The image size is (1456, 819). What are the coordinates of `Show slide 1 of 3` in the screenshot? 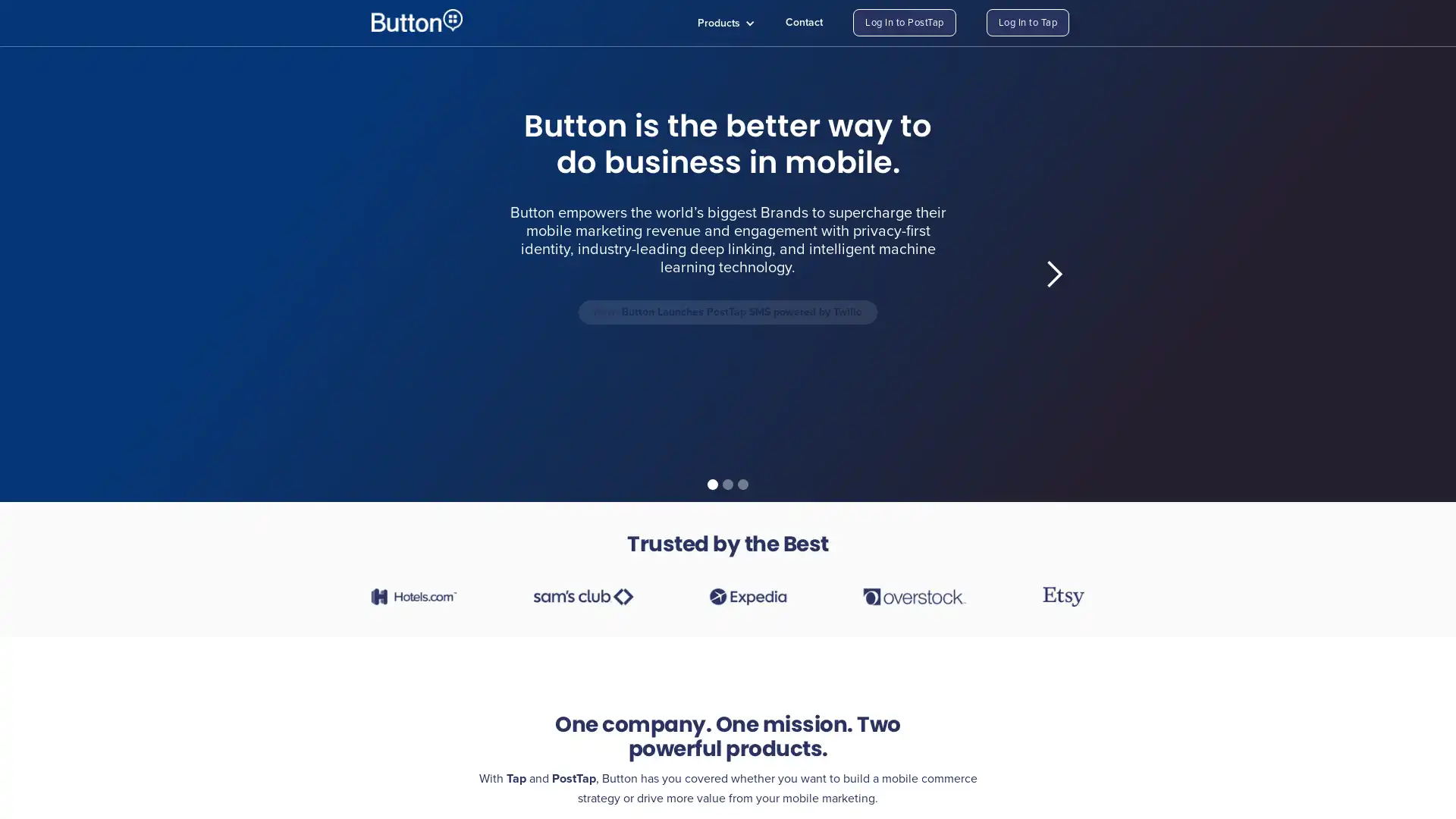 It's located at (712, 485).